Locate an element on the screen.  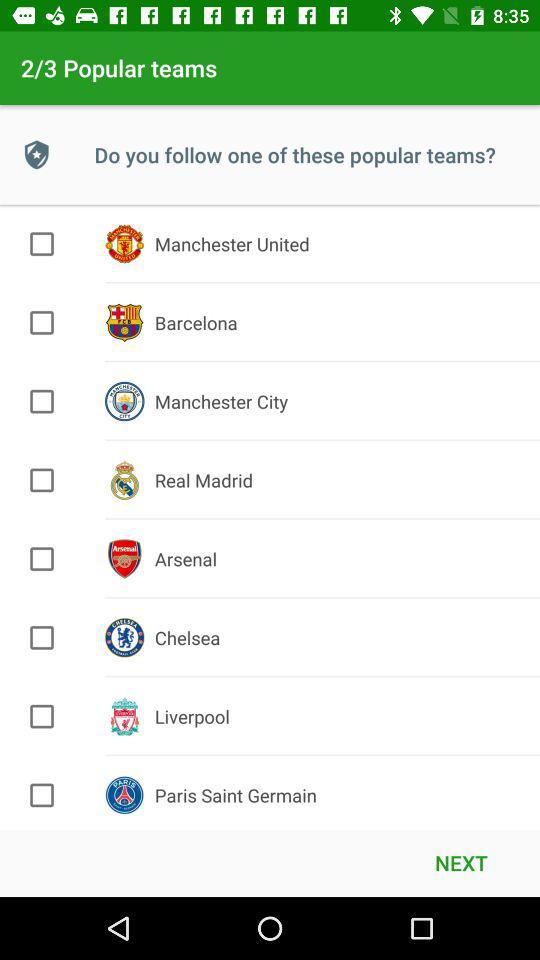
tick the item is located at coordinates (42, 480).